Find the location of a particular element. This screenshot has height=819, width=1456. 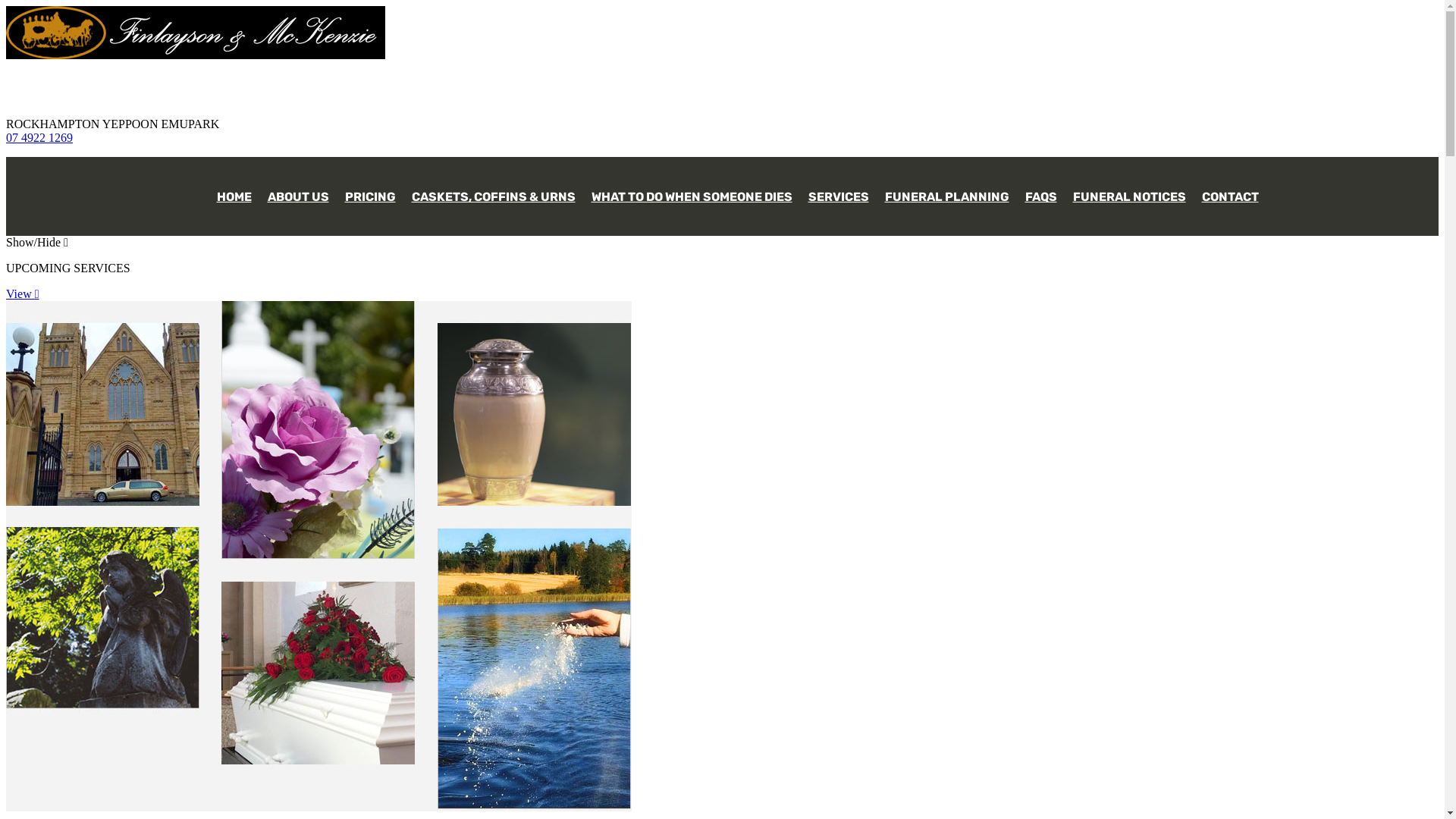

'ABOUT US' is located at coordinates (298, 189).